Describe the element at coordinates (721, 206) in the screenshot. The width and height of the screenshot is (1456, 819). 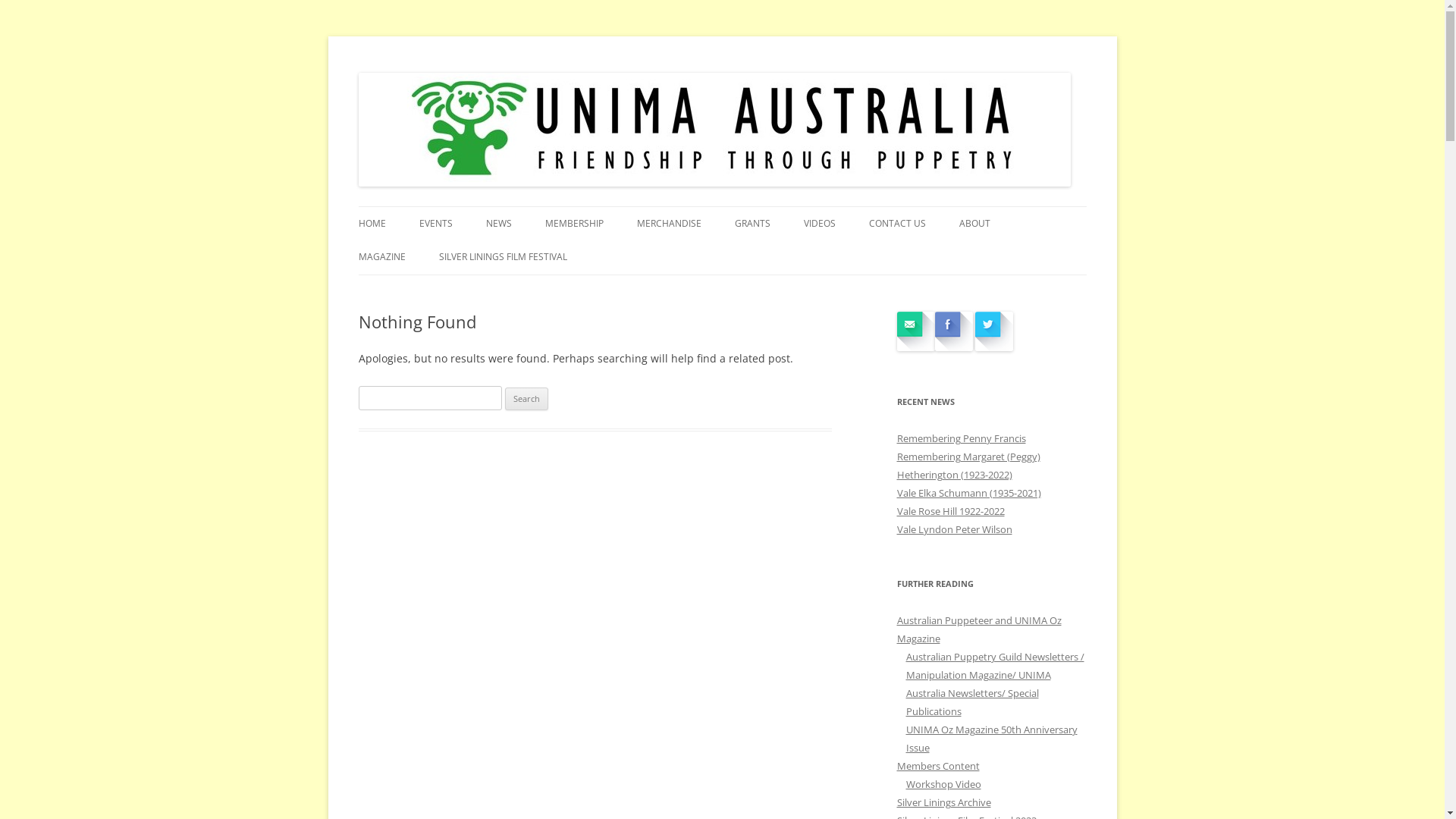
I see `'Skip to content'` at that location.